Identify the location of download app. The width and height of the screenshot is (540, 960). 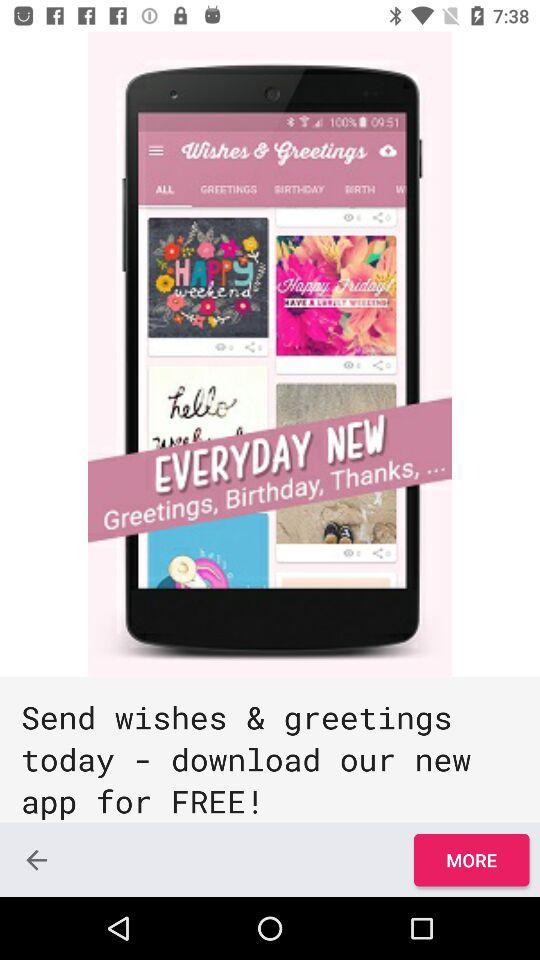
(270, 354).